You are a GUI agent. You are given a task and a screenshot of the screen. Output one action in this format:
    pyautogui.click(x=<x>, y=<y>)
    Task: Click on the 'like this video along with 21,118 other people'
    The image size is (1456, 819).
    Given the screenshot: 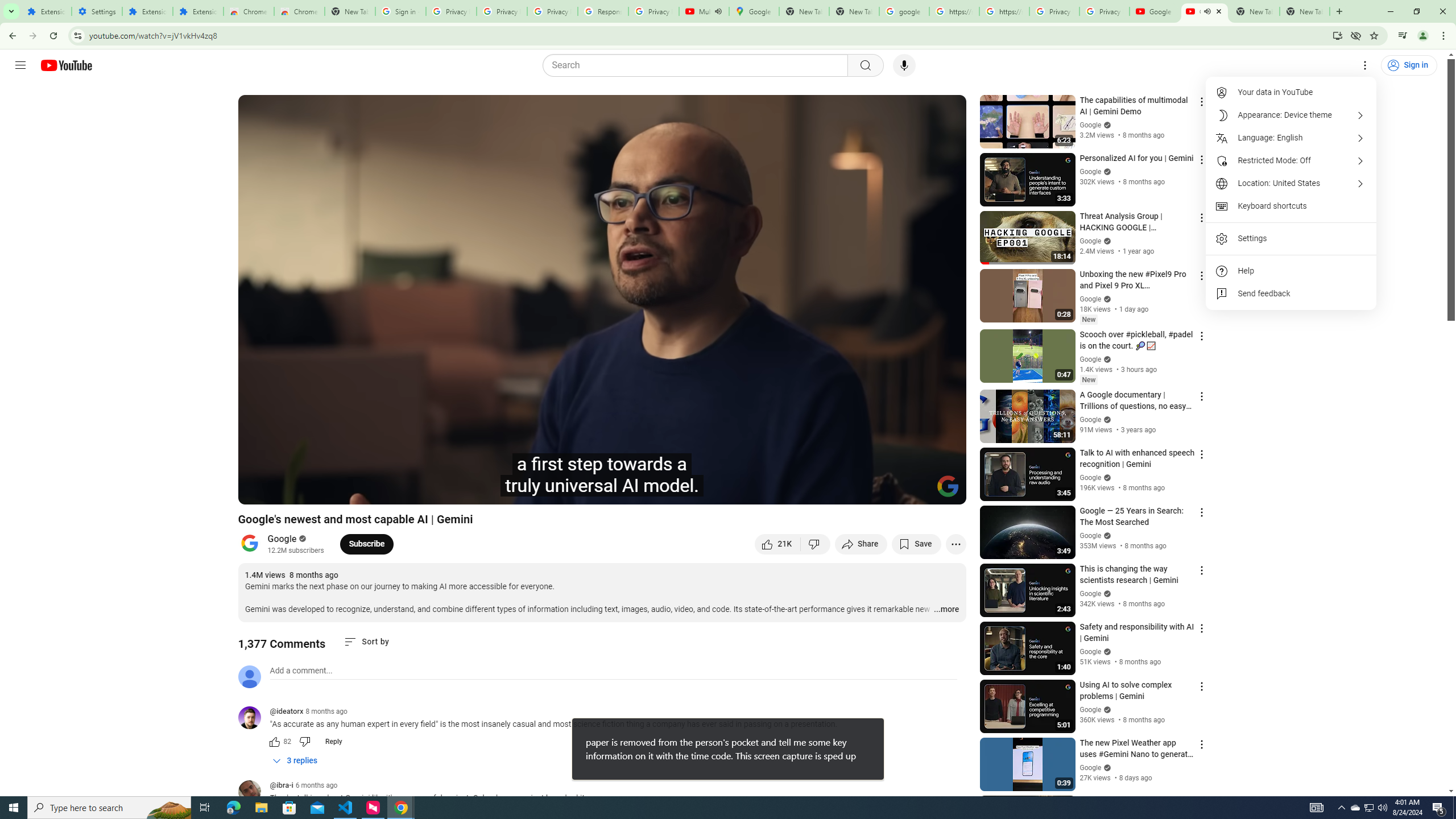 What is the action you would take?
    pyautogui.click(x=777, y=543)
    